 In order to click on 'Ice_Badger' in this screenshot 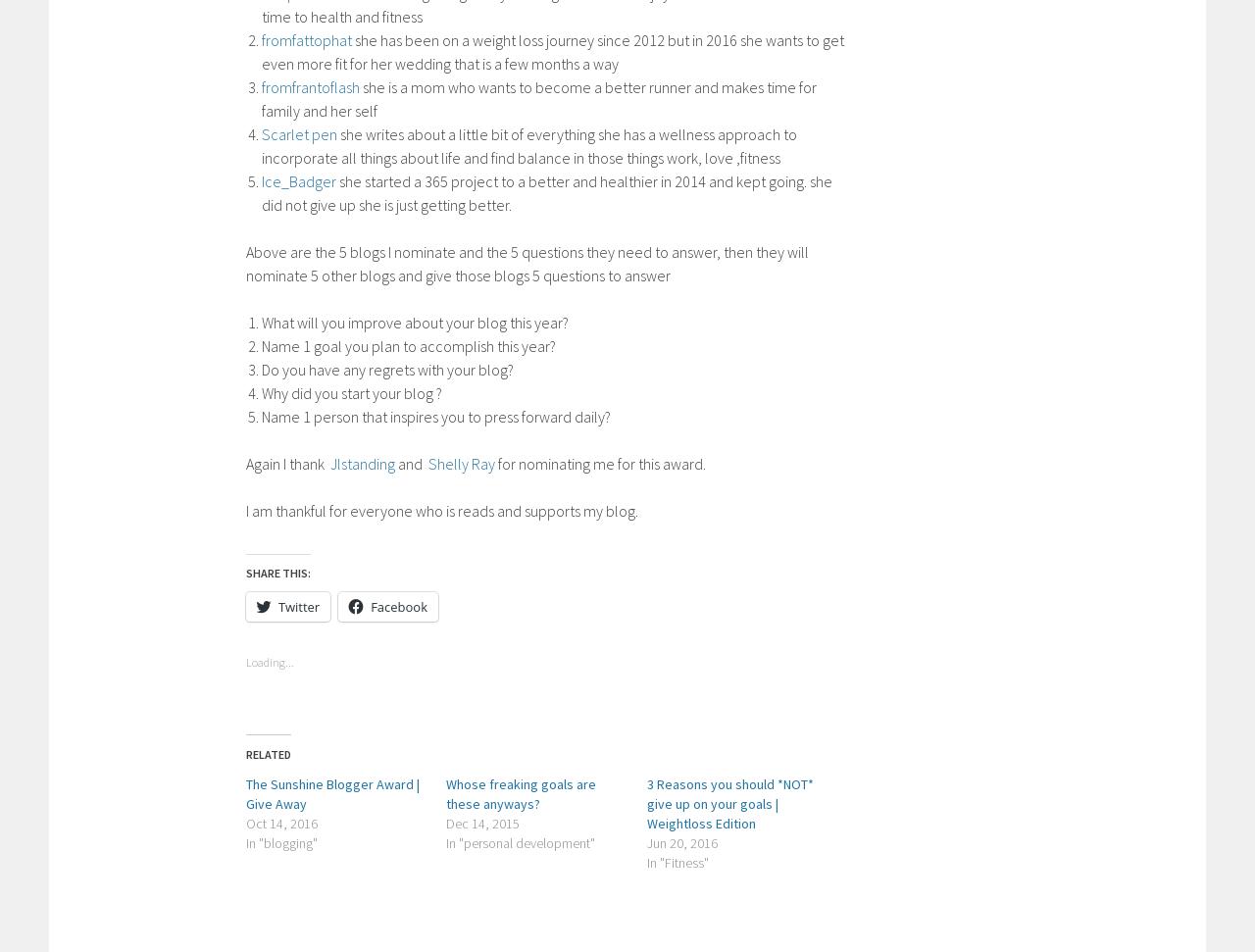, I will do `click(298, 179)`.